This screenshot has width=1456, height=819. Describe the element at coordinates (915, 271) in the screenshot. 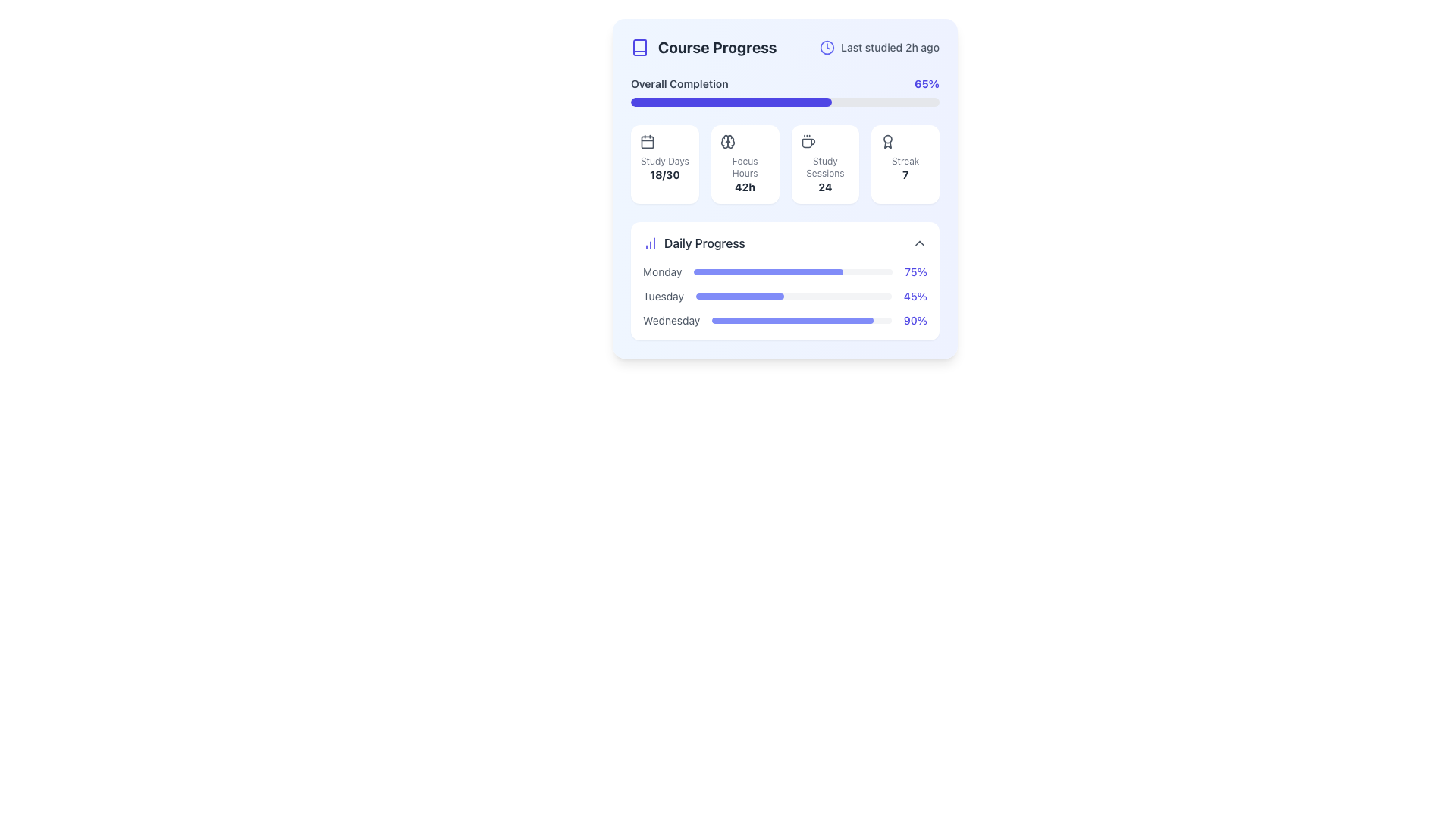

I see `the text label displaying '75%' which is styled in indigo color and located at the end of the progress bar for 'Monday' in the 'Daily Progress' section` at that location.